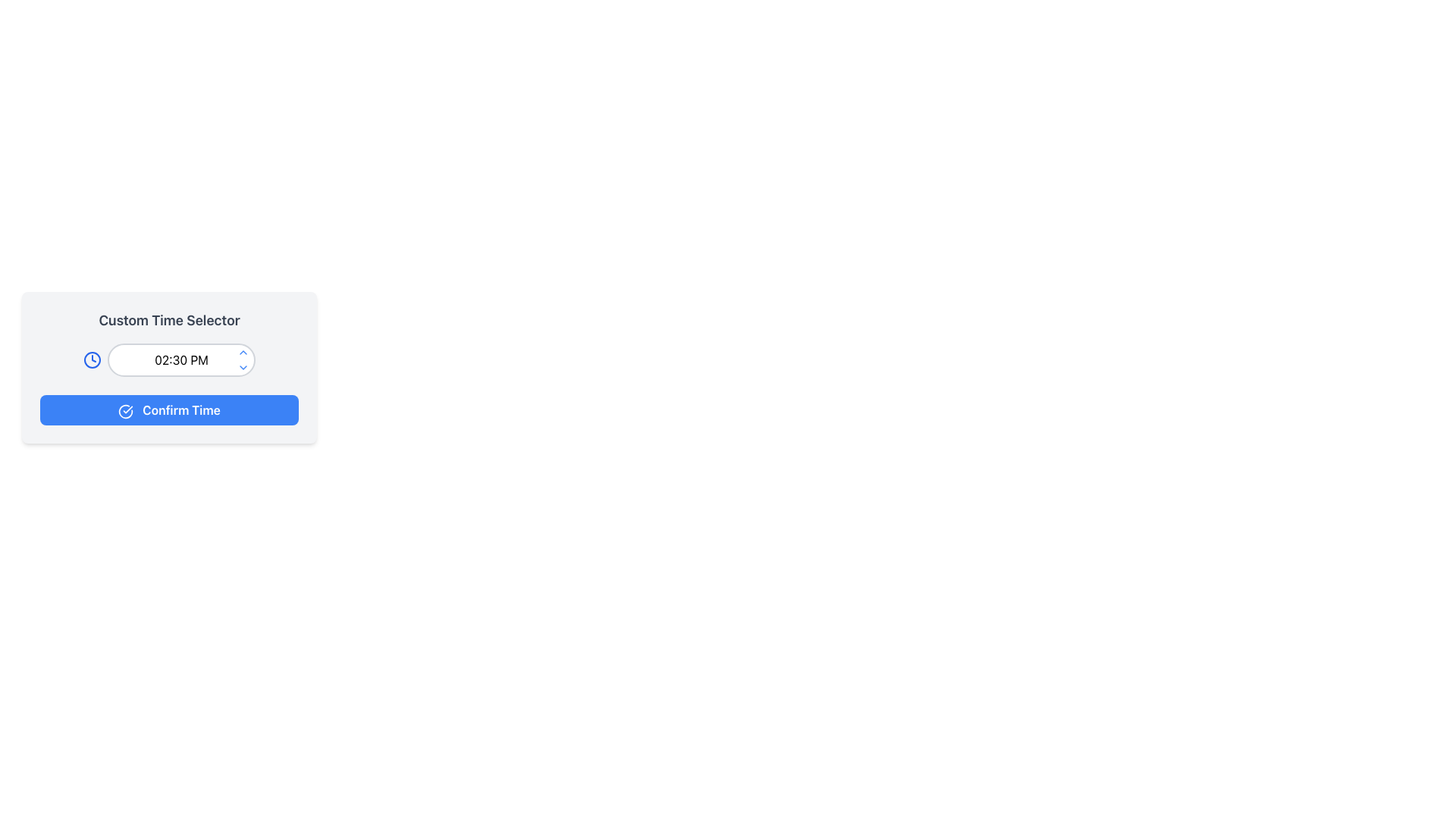  What do you see at coordinates (169, 359) in the screenshot?
I see `the text field of the Dropdown menu with embedded text field in the Custom Time Selector` at bounding box center [169, 359].